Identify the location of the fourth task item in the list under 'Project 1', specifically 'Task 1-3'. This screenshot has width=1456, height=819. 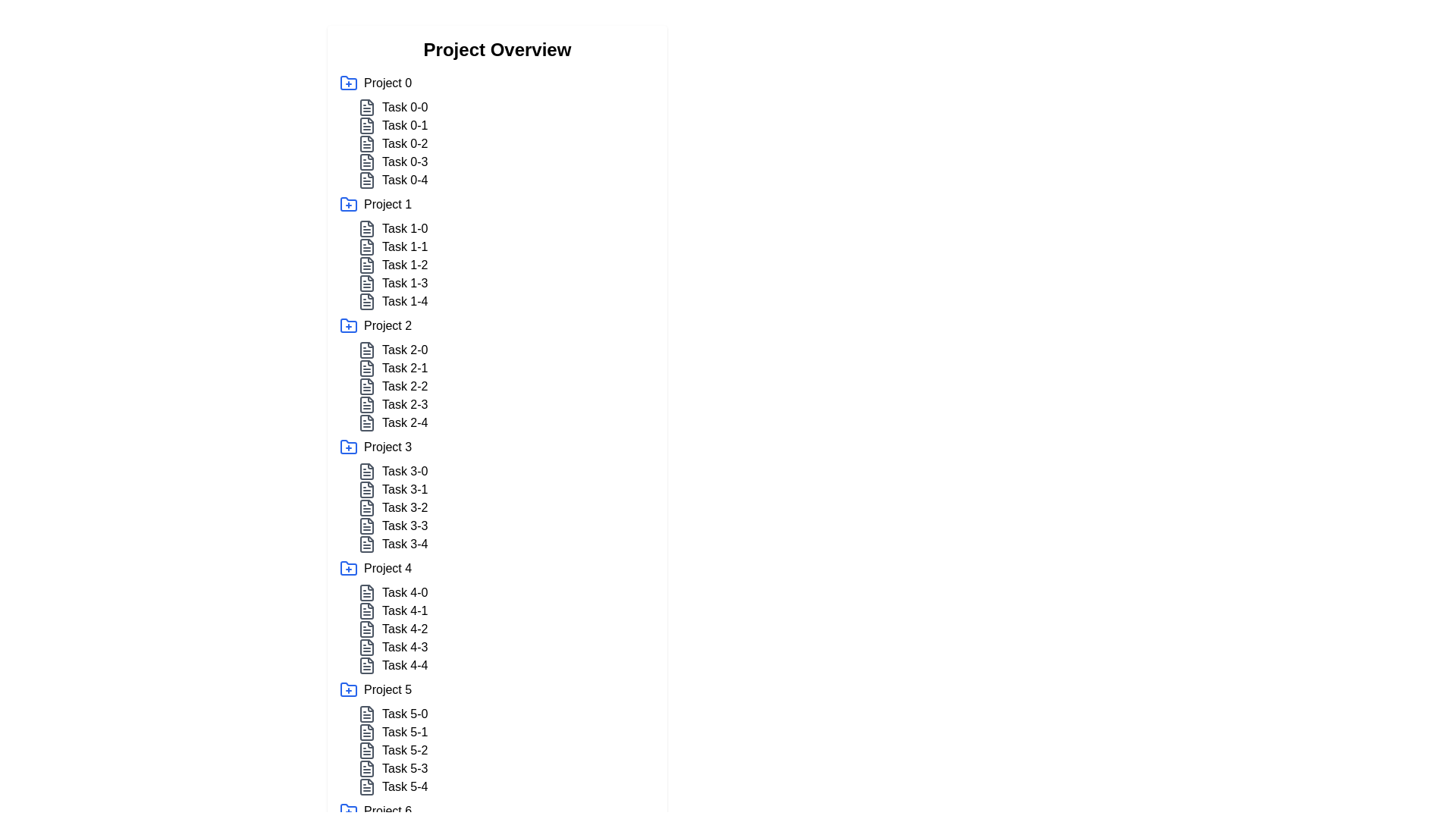
(506, 284).